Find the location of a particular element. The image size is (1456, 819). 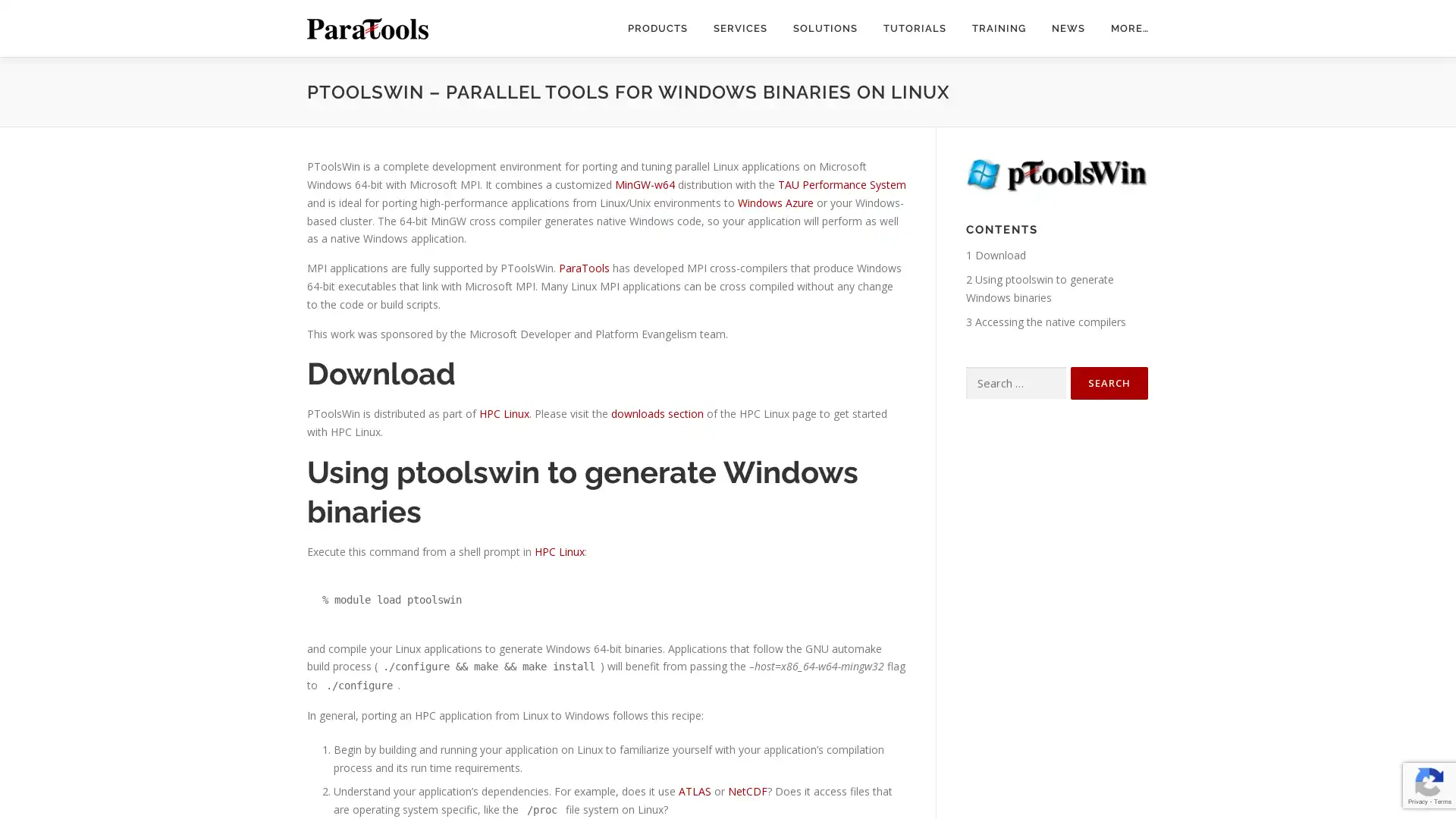

Search is located at coordinates (1109, 382).